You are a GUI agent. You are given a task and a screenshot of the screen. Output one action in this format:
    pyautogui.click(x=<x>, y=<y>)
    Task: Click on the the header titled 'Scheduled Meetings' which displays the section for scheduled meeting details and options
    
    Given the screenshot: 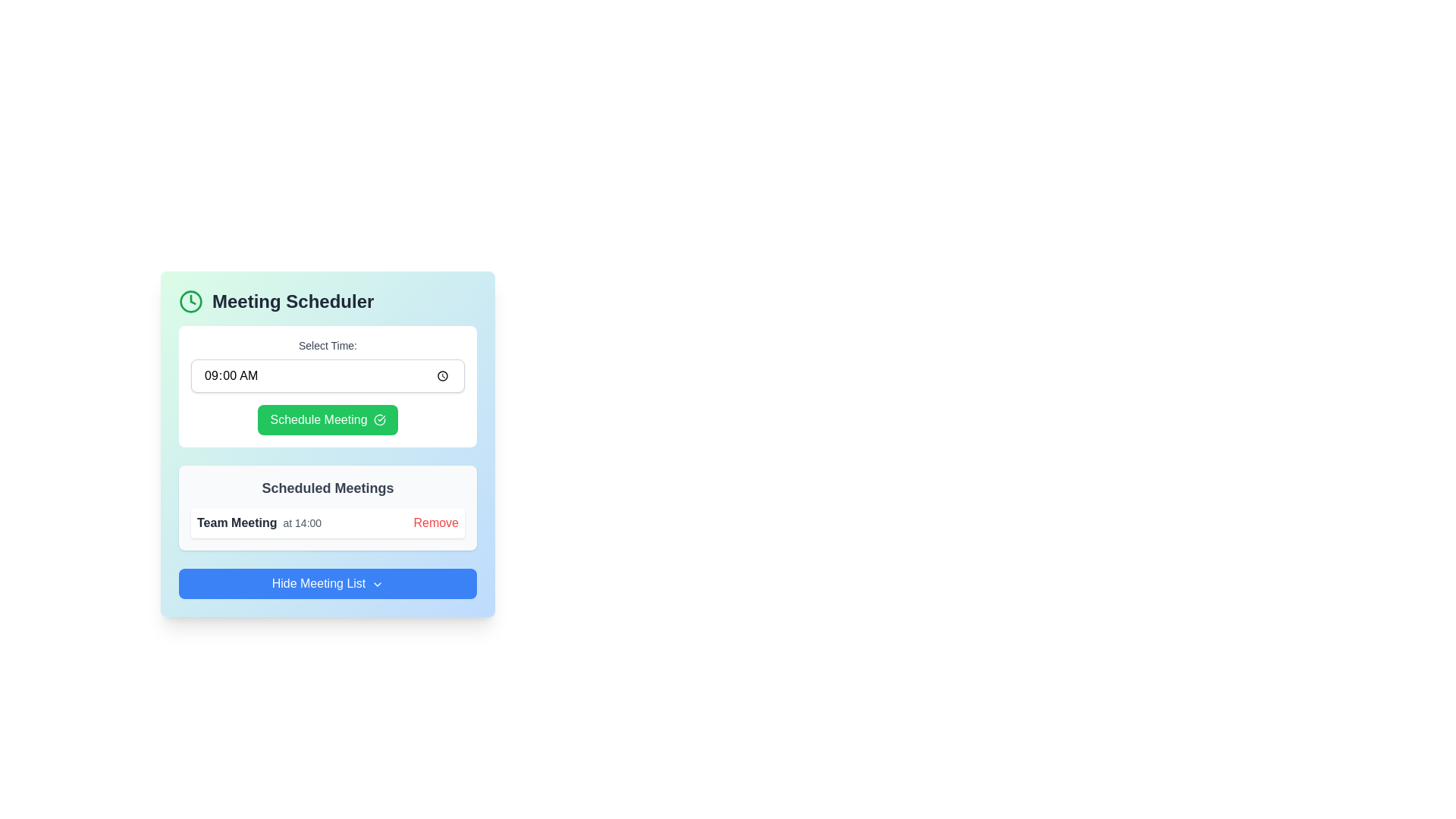 What is the action you would take?
    pyautogui.click(x=327, y=488)
    